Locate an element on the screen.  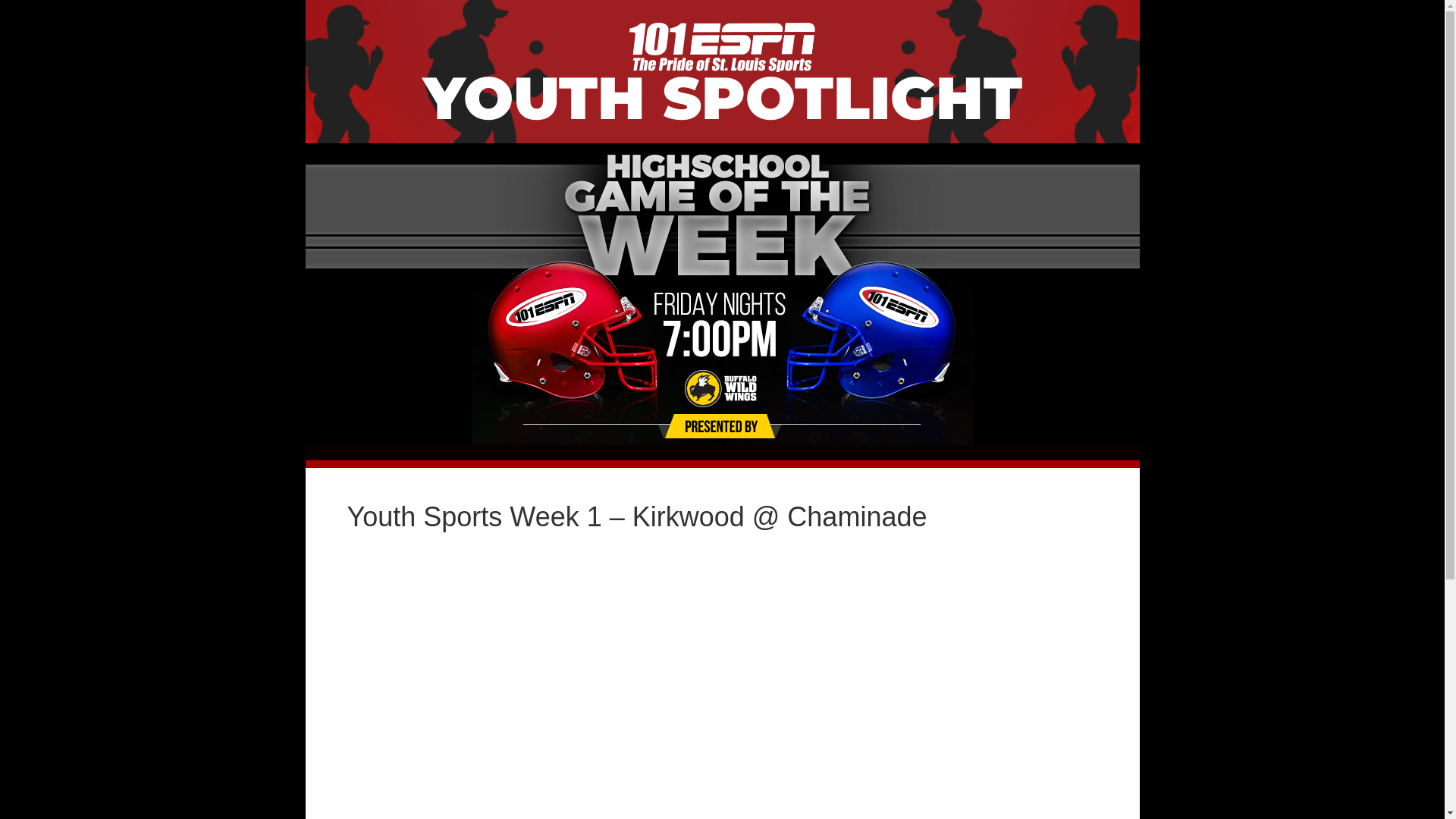
'Page-Header' is located at coordinates (722, 294).